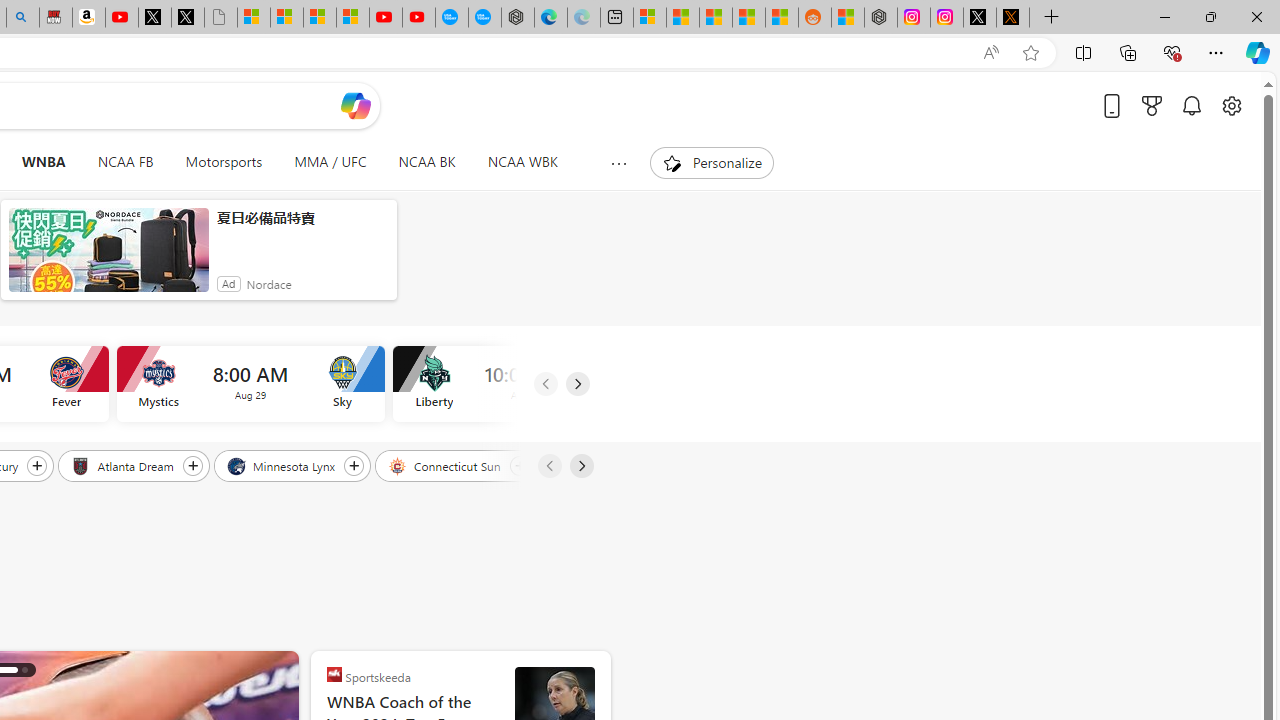 The image size is (1280, 720). Describe the element at coordinates (526, 384) in the screenshot. I see `'Liberty vs Sparks Time 10:00 AM Date Aug 29'` at that location.